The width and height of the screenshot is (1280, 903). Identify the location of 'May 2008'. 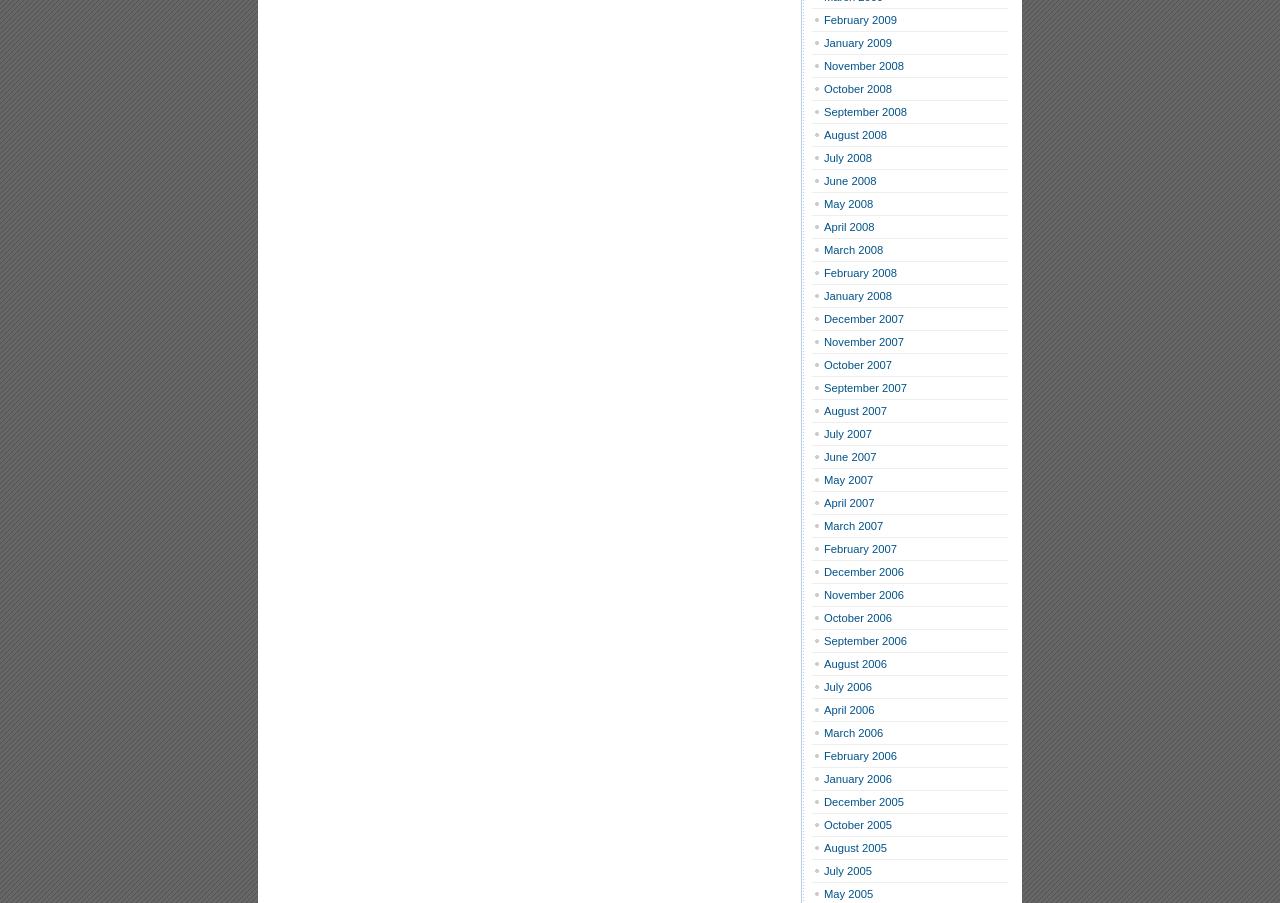
(848, 203).